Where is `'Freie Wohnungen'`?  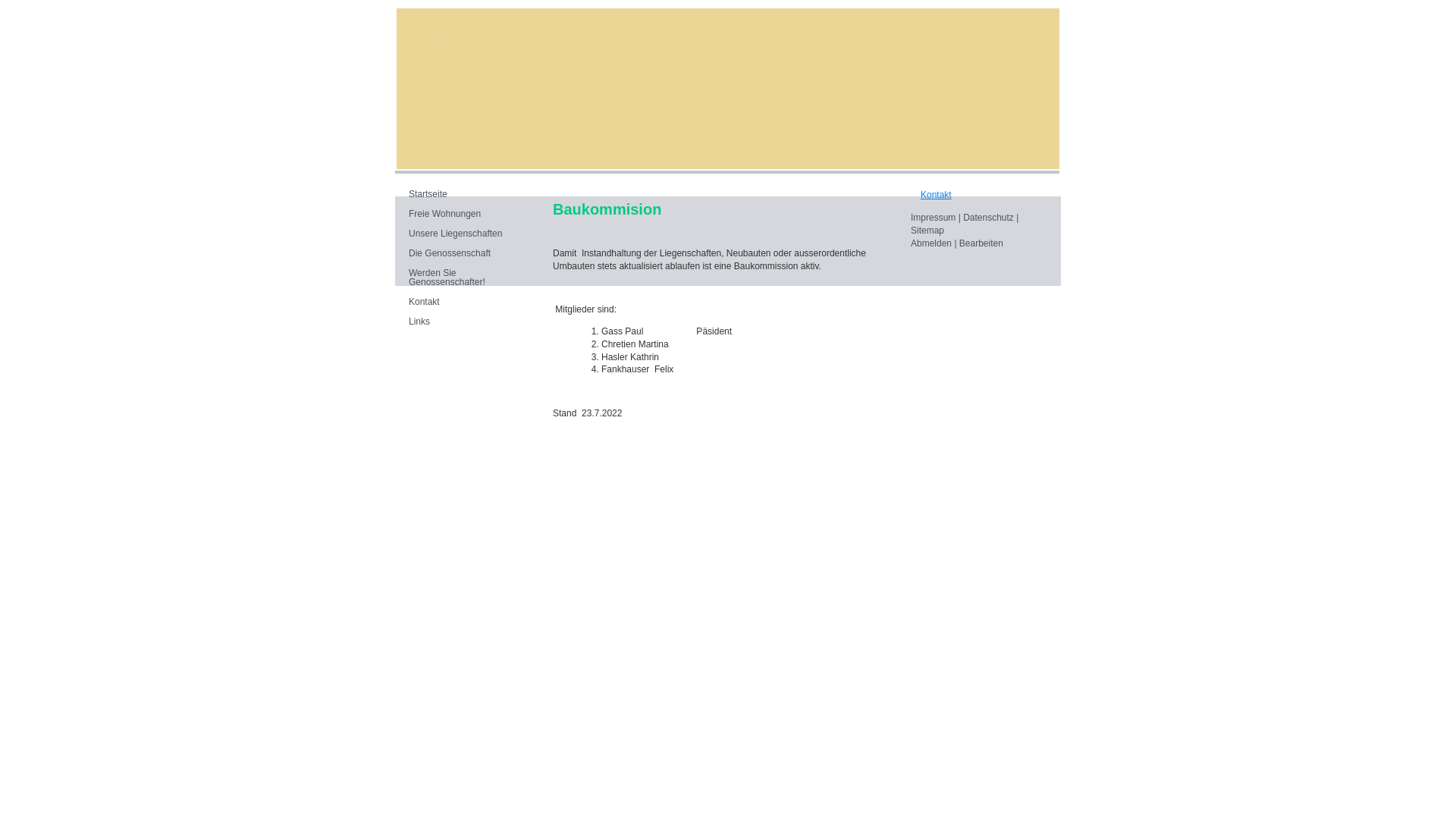 'Freie Wohnungen' is located at coordinates (466, 214).